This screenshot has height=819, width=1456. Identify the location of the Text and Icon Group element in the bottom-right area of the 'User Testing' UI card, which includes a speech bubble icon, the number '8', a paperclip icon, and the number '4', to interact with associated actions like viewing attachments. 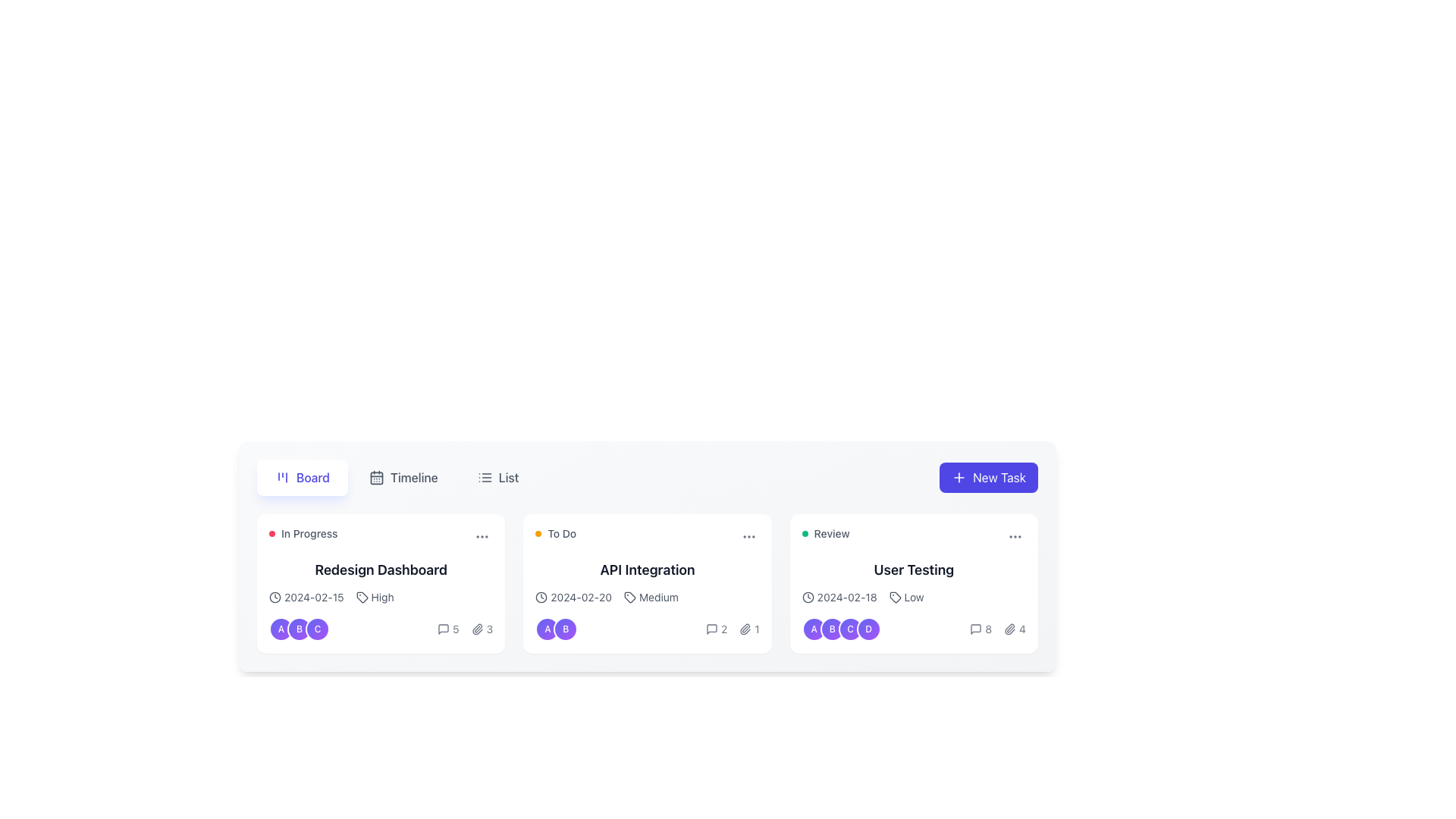
(998, 629).